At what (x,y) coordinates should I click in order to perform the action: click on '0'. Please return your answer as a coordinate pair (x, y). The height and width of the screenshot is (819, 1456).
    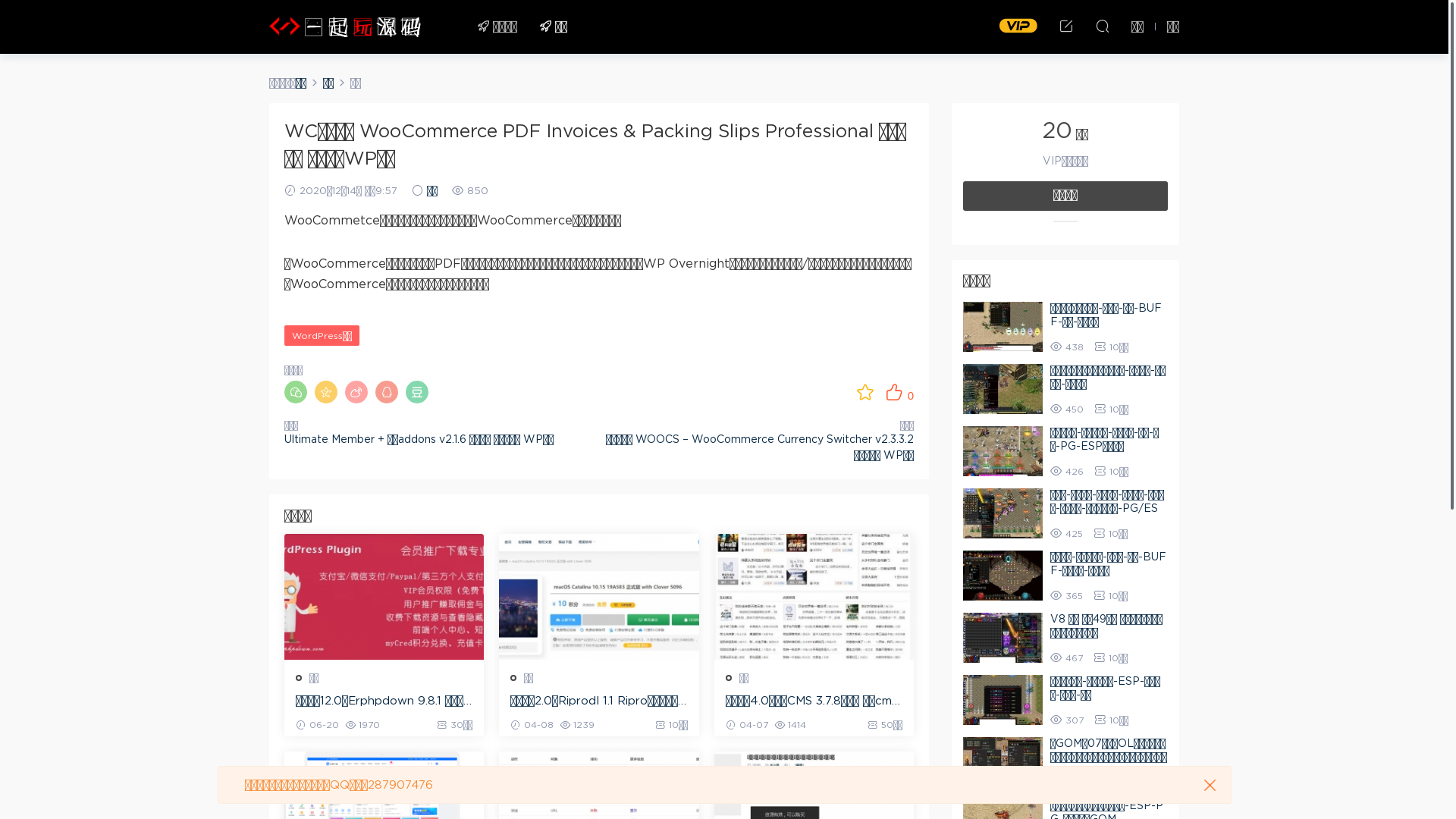
    Looking at the image, I should click on (899, 391).